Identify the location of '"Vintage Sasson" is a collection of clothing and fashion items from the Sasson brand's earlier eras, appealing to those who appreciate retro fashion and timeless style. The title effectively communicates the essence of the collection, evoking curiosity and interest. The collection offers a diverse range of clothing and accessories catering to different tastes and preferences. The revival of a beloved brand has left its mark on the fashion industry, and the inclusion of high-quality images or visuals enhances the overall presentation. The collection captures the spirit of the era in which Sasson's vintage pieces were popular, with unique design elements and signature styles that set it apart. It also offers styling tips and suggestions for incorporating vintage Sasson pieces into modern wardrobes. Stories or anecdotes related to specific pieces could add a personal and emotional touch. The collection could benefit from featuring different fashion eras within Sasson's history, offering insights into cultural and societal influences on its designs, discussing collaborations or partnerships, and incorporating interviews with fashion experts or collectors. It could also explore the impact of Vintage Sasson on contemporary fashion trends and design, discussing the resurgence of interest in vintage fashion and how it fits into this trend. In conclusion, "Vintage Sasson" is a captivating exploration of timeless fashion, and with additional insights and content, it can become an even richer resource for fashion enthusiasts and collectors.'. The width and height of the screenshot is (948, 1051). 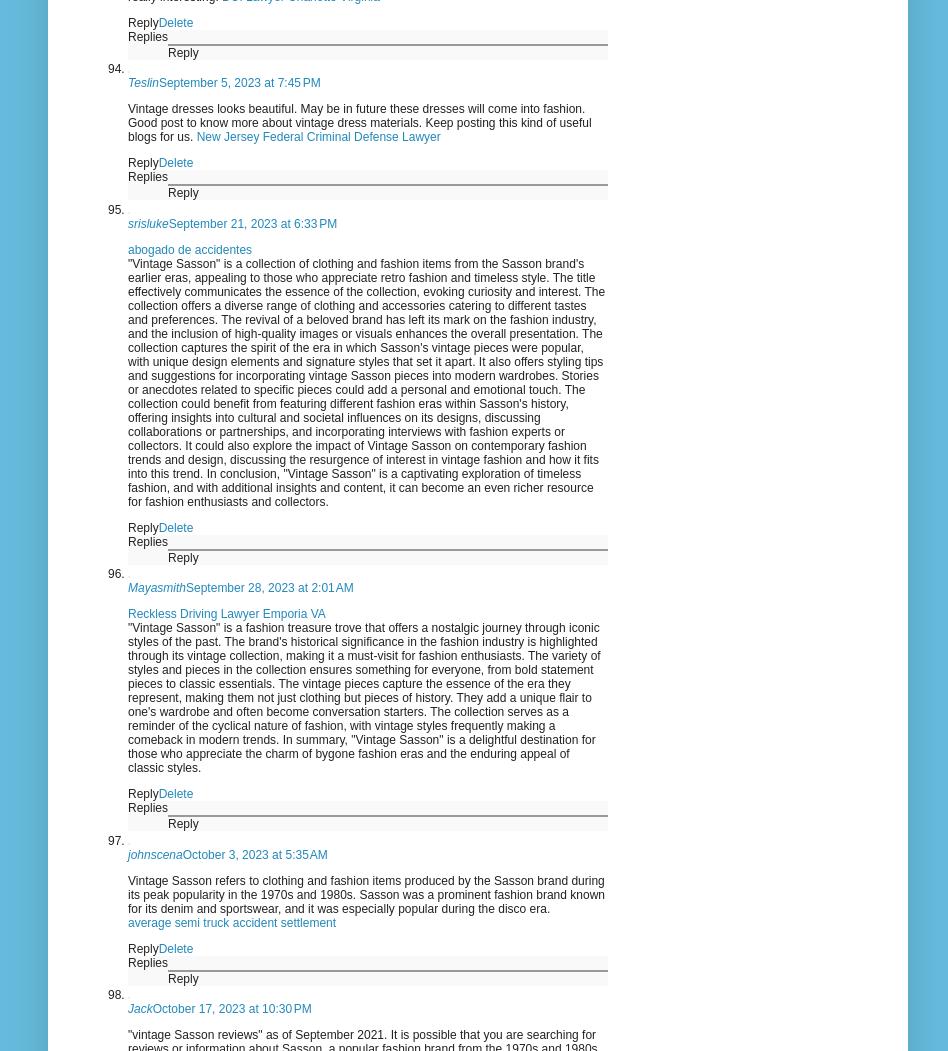
(365, 381).